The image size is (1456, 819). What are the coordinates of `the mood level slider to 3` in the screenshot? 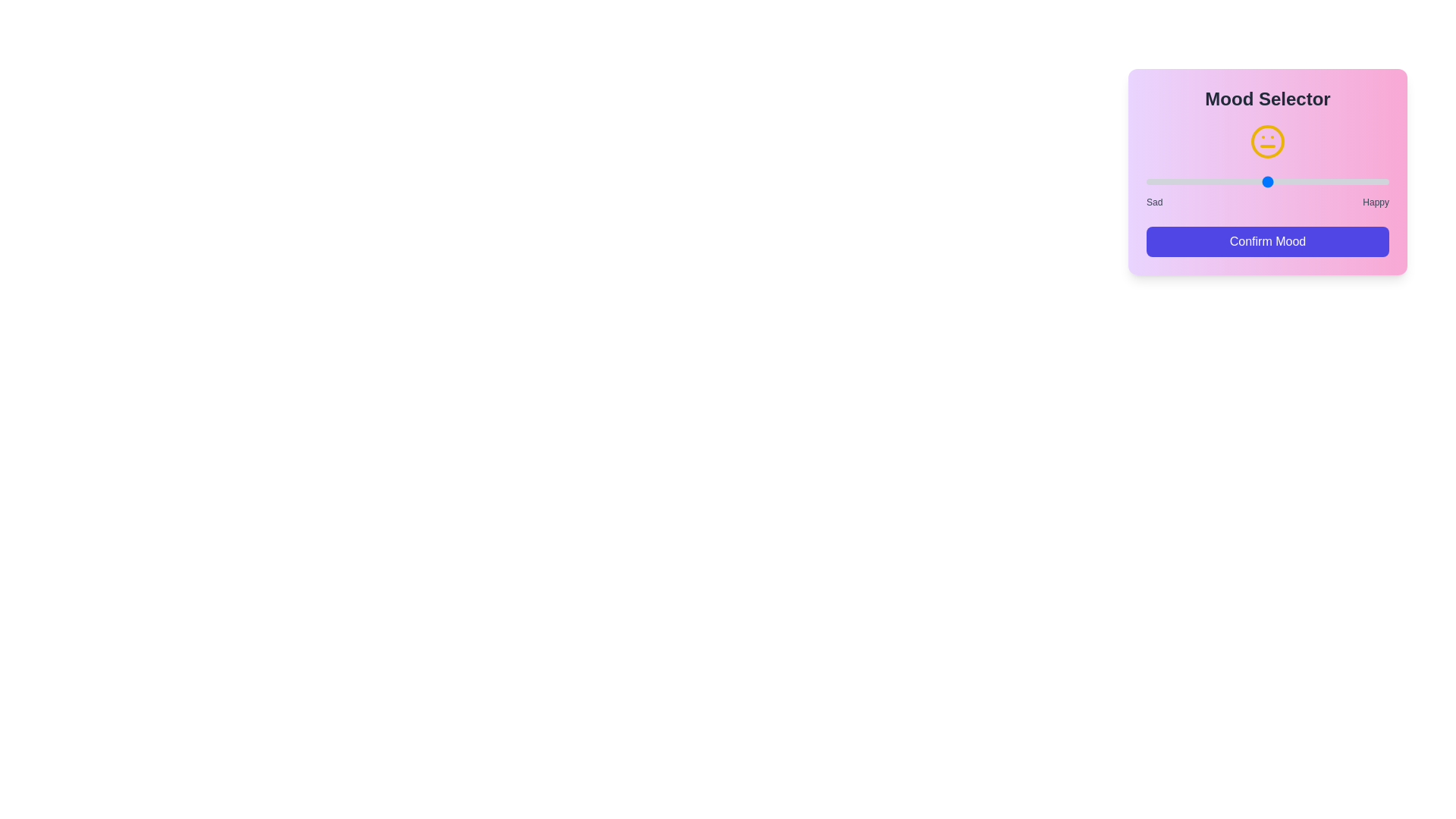 It's located at (1267, 180).